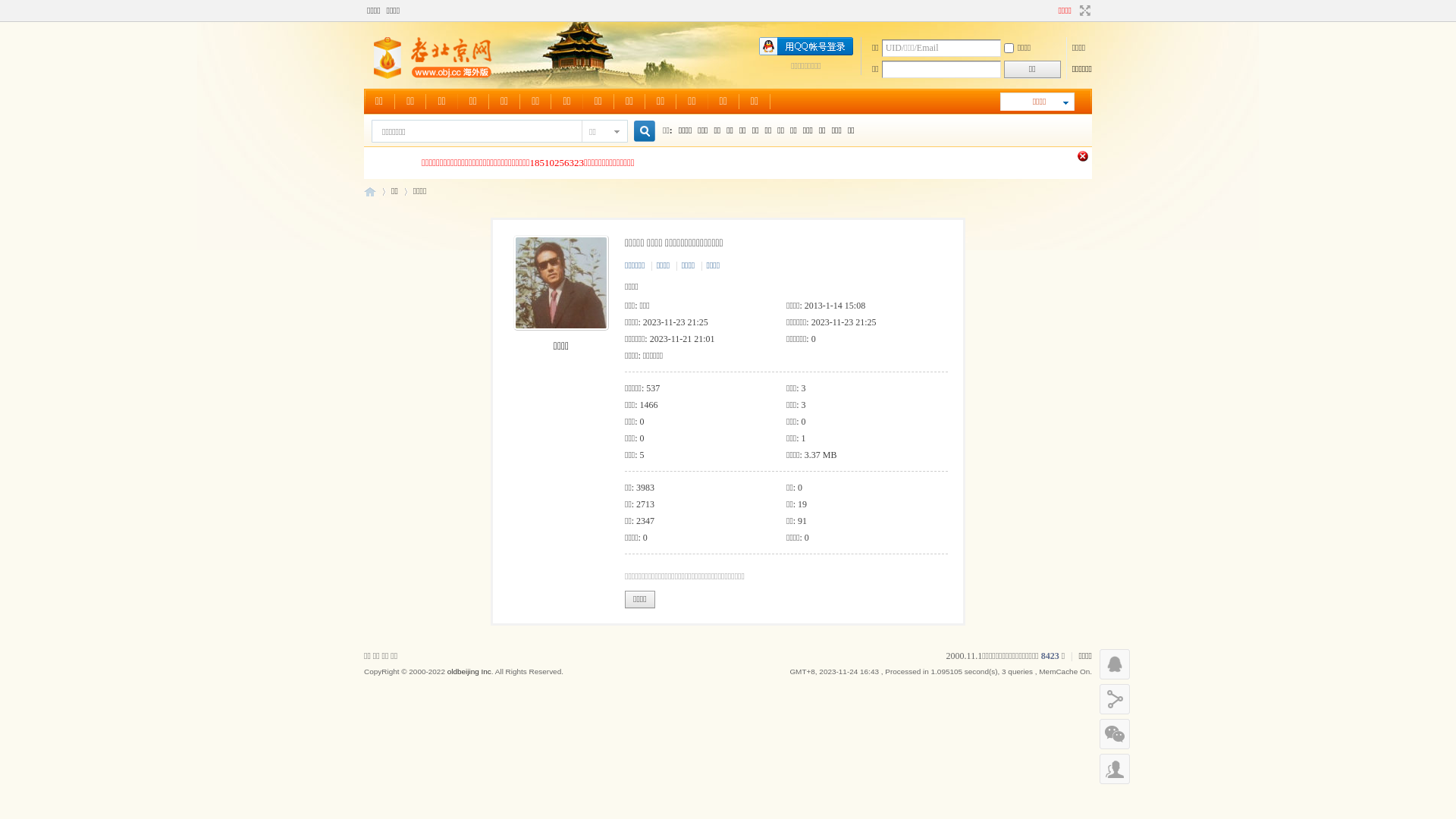 This screenshot has width=1456, height=819. What do you see at coordinates (469, 670) in the screenshot?
I see `'oldbeijing Inc'` at bounding box center [469, 670].